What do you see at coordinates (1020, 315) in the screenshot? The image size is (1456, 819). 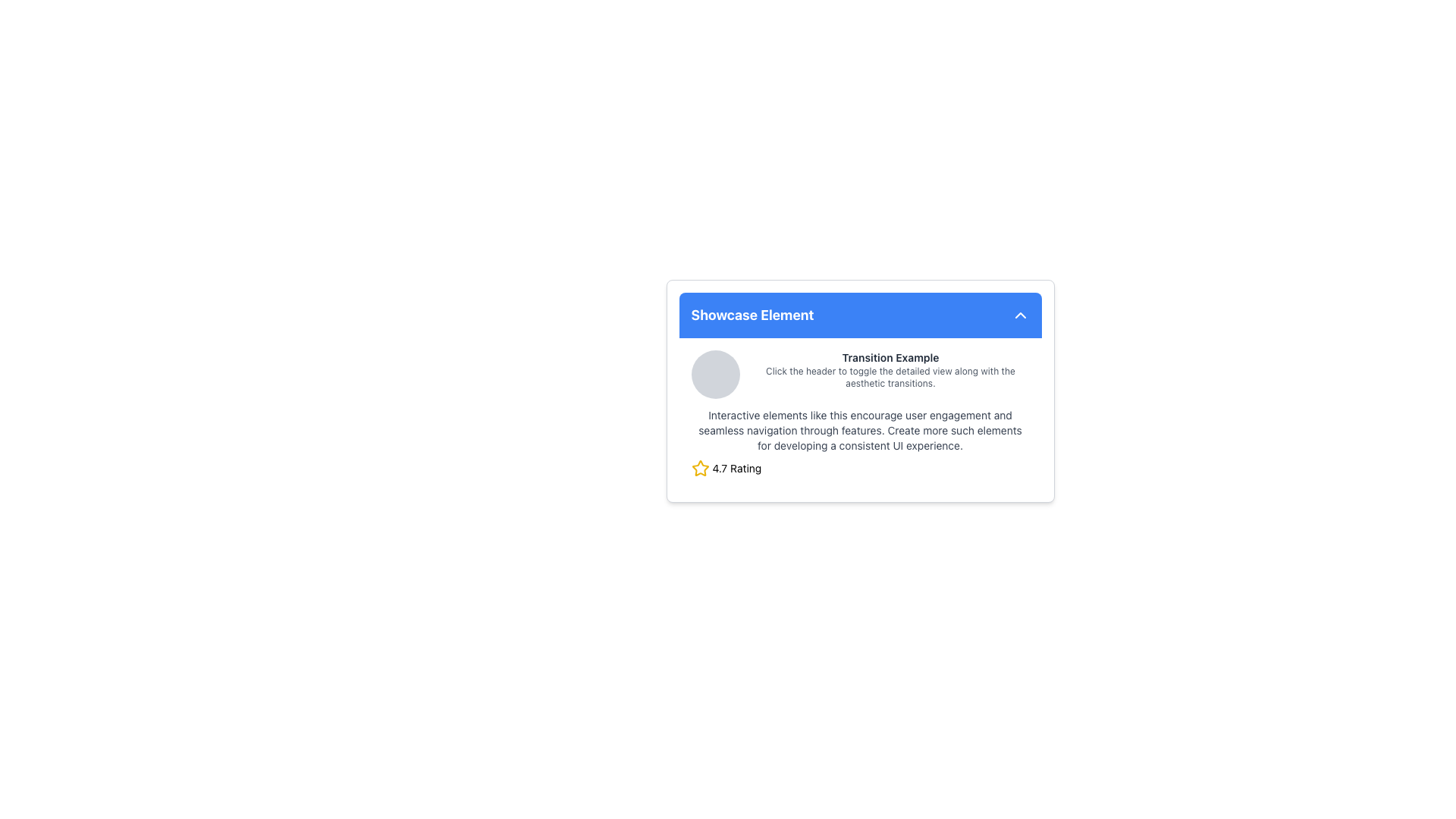 I see `the toggle icon located at the top-right corner of the blue header section of the card, adjacent to the 'Showcase Element' label` at bounding box center [1020, 315].